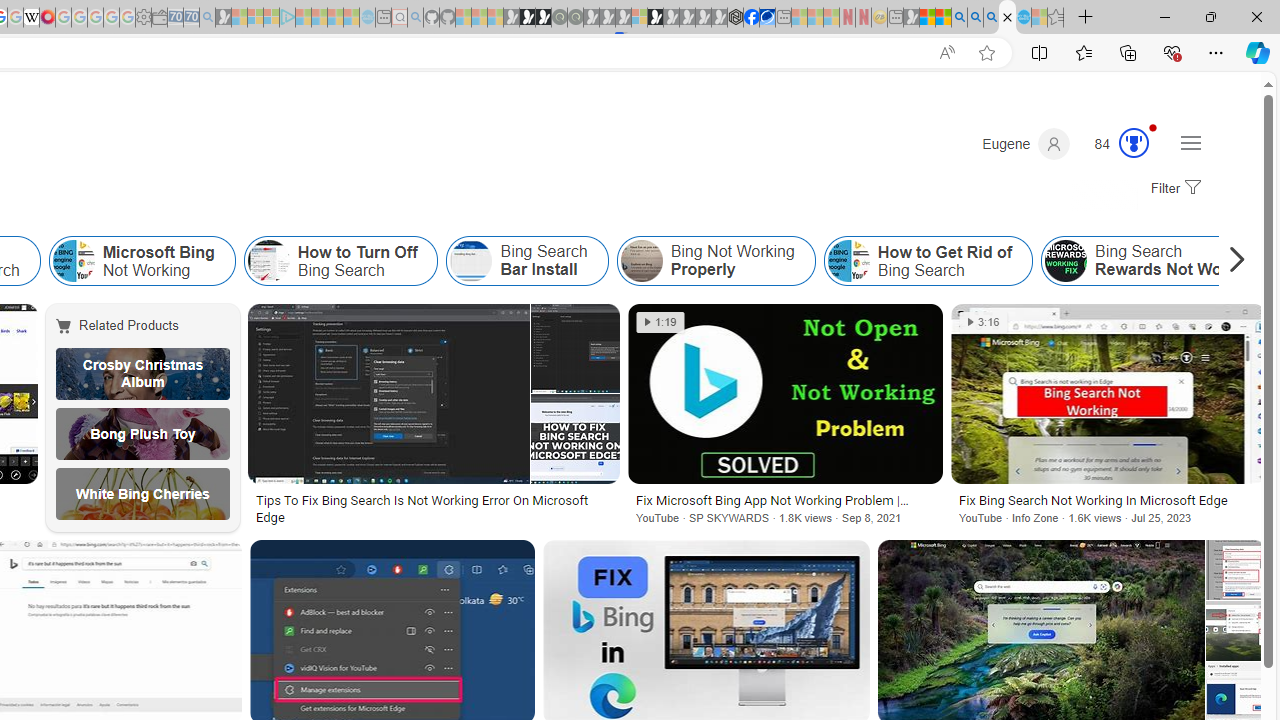  I want to click on 'Microsoft Bing Not Working', so click(141, 260).